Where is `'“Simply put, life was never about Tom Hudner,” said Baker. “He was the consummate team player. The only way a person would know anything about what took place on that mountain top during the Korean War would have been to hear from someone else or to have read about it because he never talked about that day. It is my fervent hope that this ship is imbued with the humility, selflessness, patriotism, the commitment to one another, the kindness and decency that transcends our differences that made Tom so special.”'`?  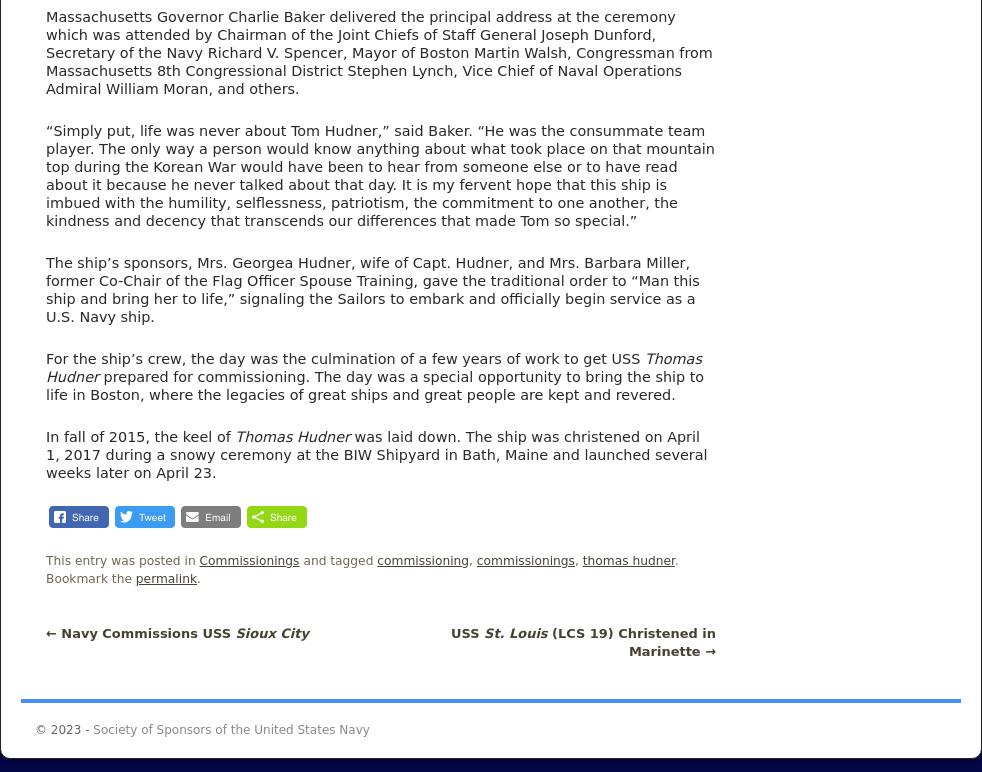
'“Simply put, life was never about Tom Hudner,” said Baker. “He was the consummate team player. The only way a person would know anything about what took place on that mountain top during the Korean War would have been to hear from someone else or to have read about it because he never talked about that day. It is my fervent hope that this ship is imbued with the humility, selflessness, patriotism, the commitment to one another, the kindness and decency that transcends our differences that made Tom so special.”' is located at coordinates (44, 174).